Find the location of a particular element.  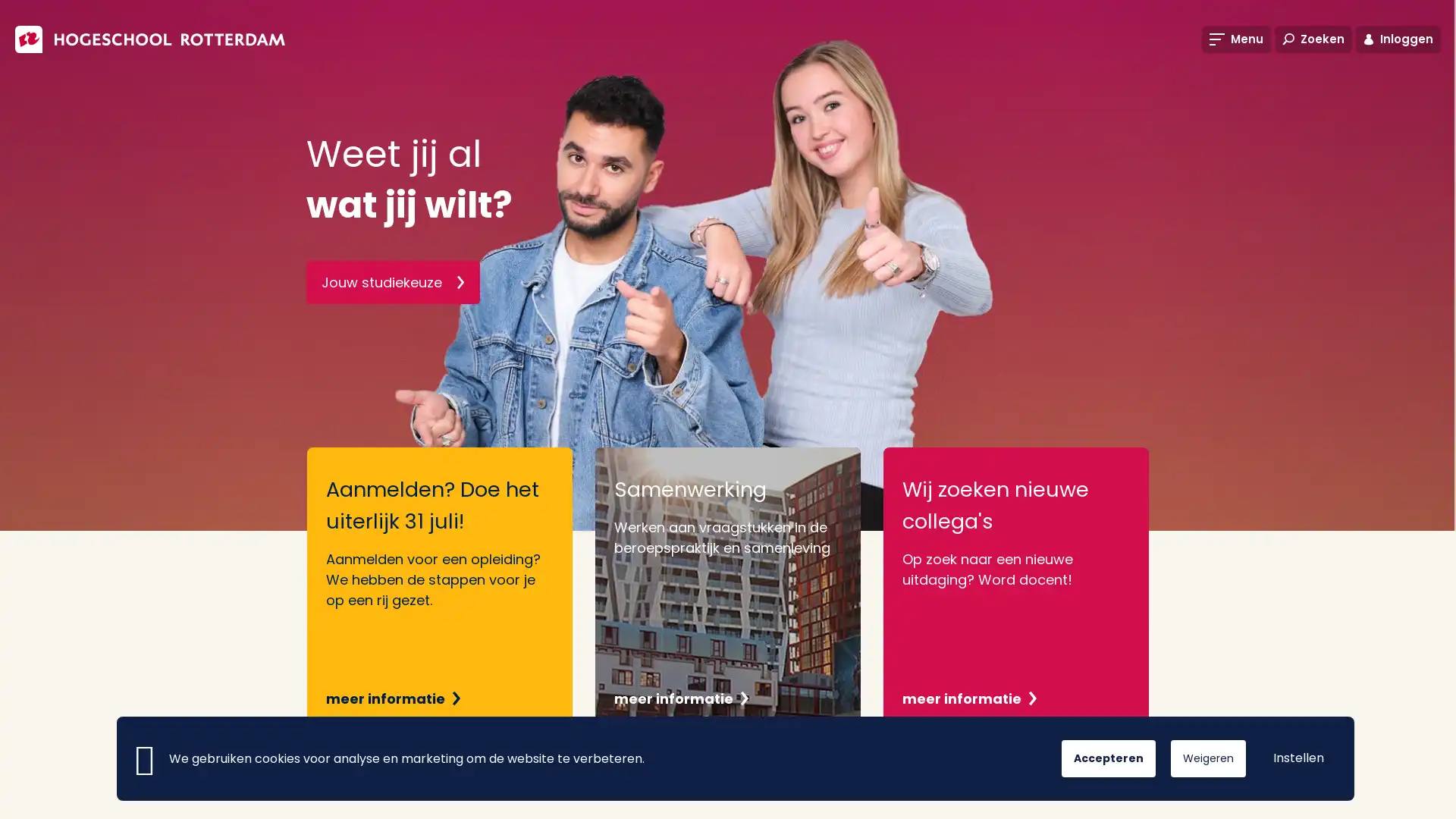

Weigeren is located at coordinates (1207, 758).